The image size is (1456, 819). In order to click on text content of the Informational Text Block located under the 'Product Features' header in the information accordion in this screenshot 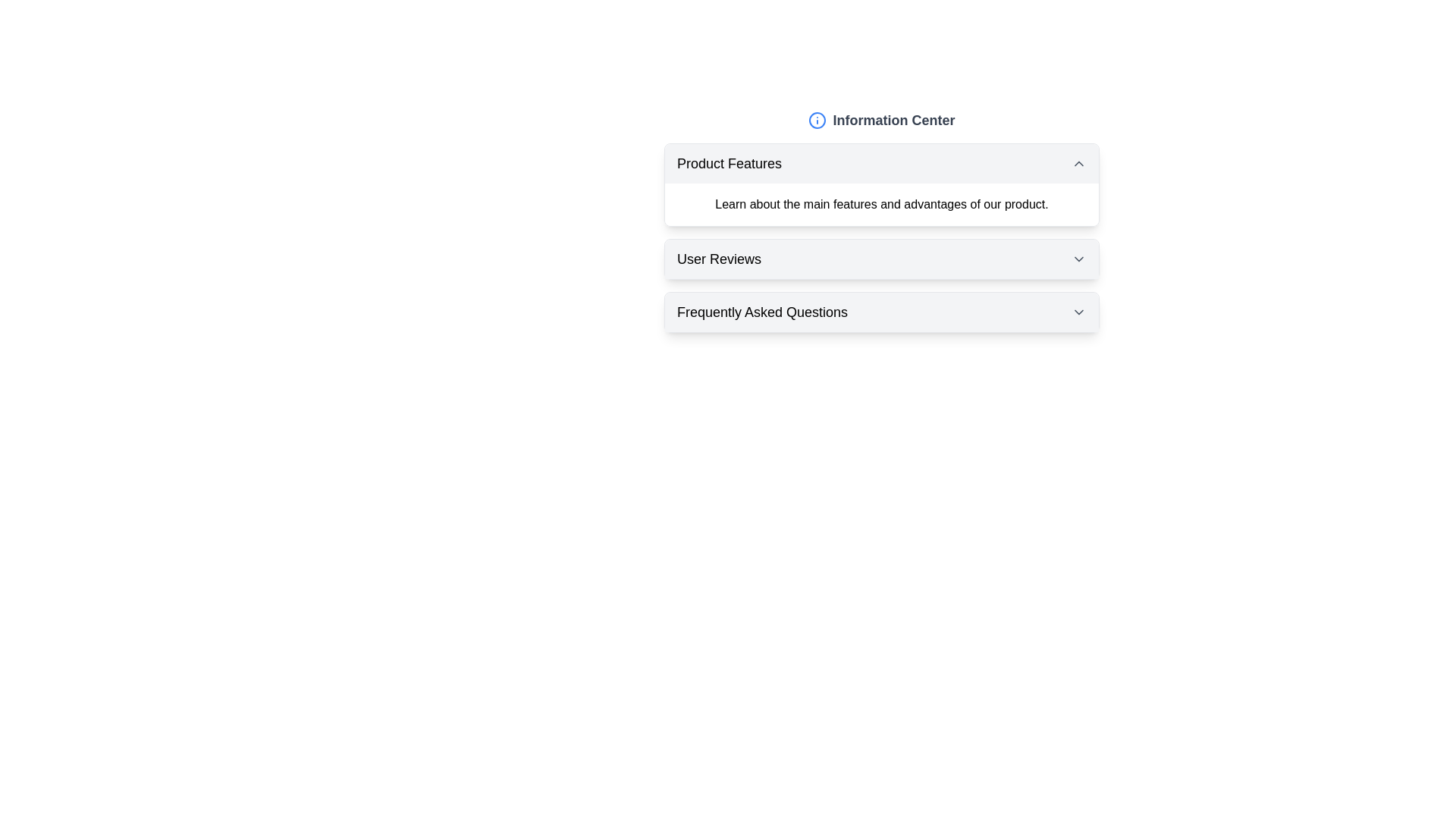, I will do `click(881, 205)`.